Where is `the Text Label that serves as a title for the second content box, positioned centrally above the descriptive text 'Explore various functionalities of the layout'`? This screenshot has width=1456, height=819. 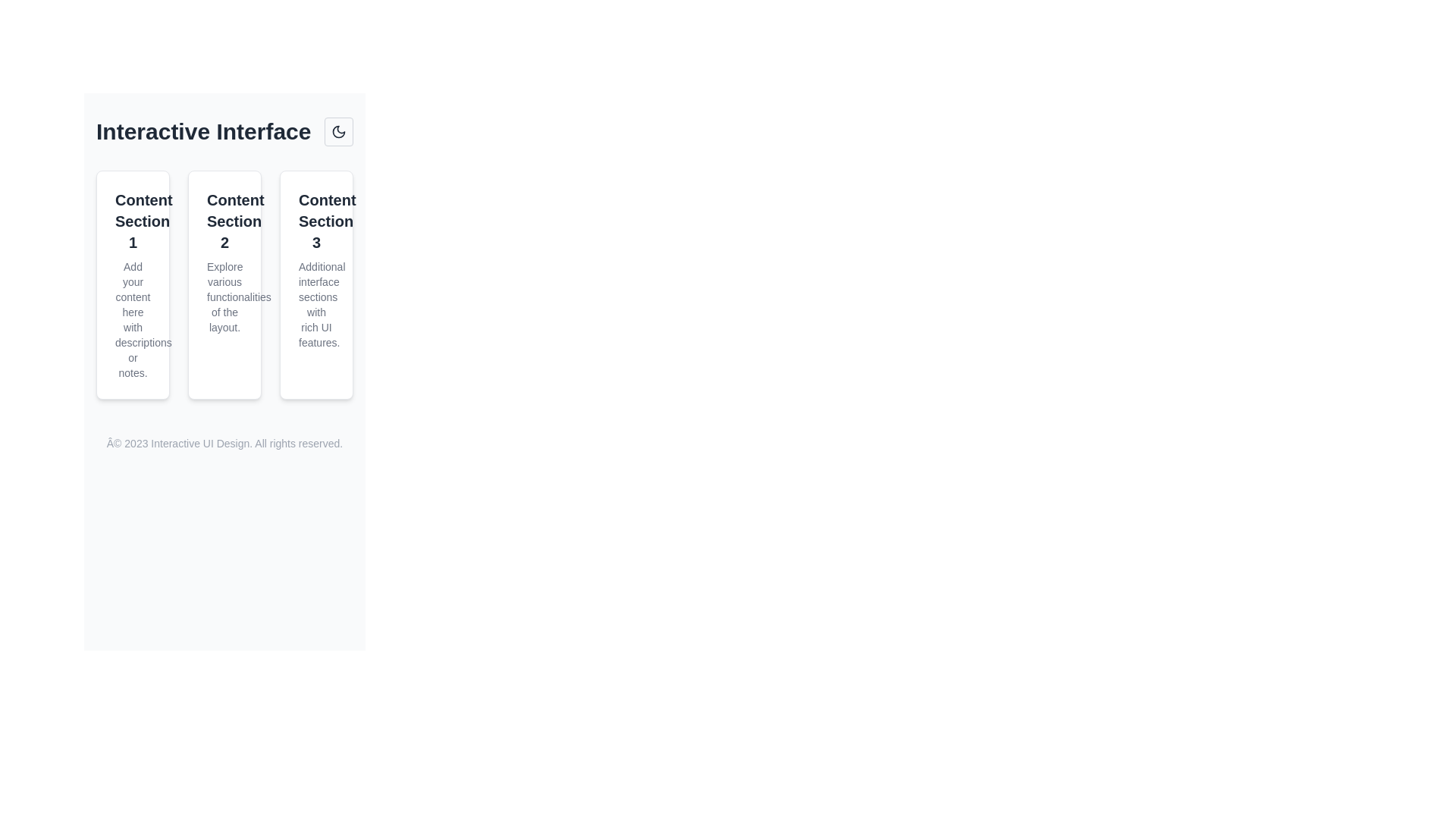 the Text Label that serves as a title for the second content box, positioned centrally above the descriptive text 'Explore various functionalities of the layout' is located at coordinates (224, 221).